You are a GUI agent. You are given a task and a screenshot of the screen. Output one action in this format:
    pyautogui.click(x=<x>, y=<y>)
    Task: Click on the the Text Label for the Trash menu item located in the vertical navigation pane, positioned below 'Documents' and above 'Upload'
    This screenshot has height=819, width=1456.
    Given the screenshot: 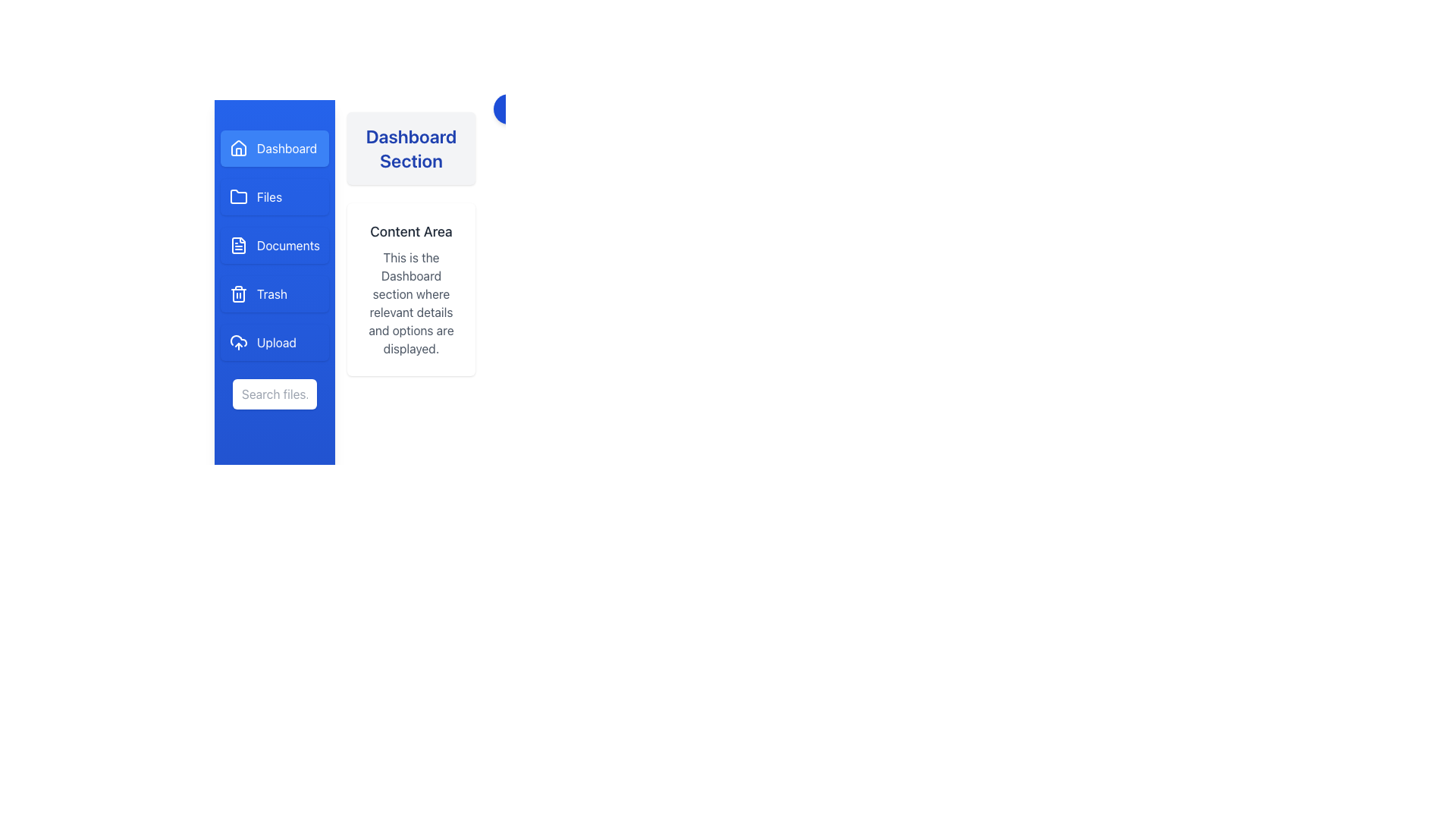 What is the action you would take?
    pyautogui.click(x=272, y=294)
    